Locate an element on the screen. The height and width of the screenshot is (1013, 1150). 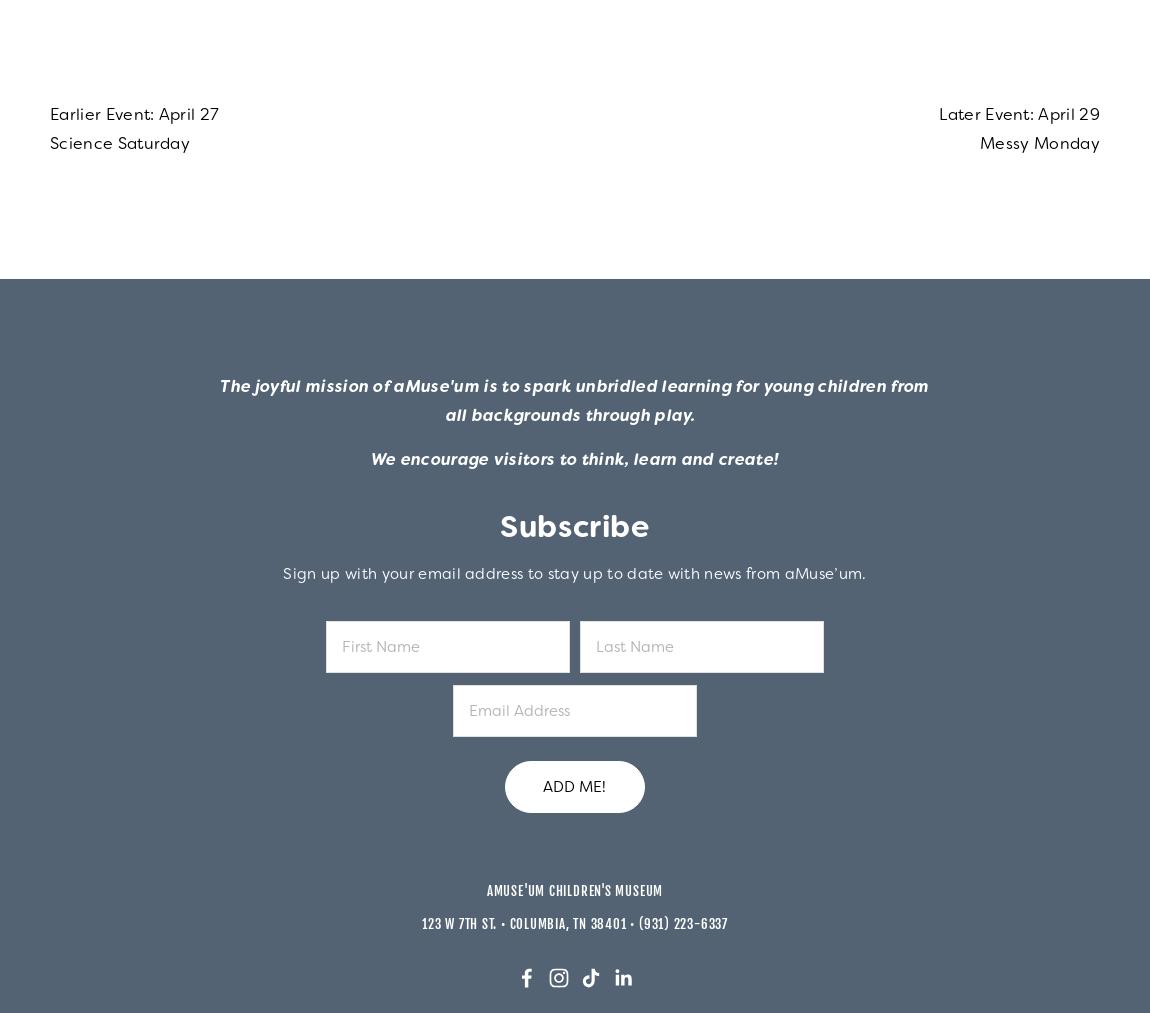
'aMuse'um Children's Museum' is located at coordinates (485, 890).